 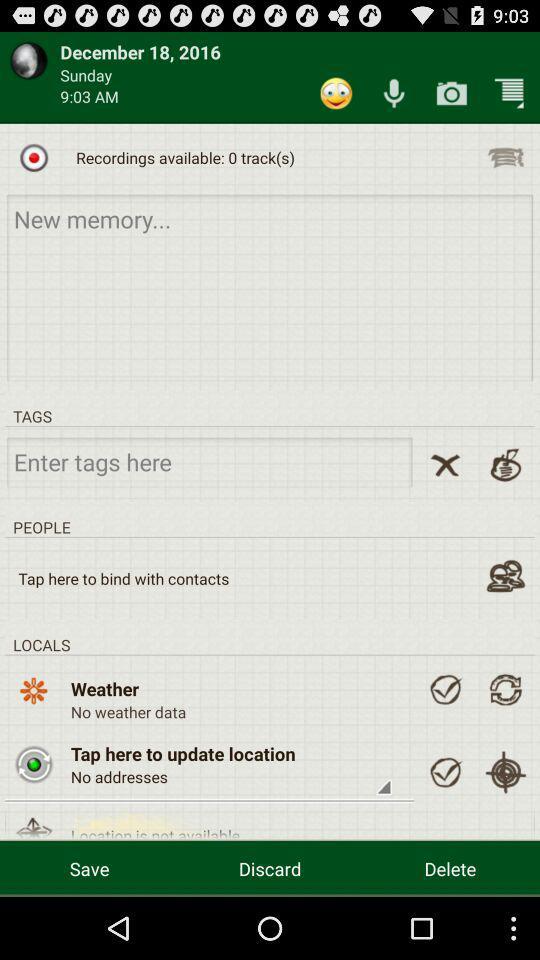 I want to click on write memories, so click(x=270, y=286).